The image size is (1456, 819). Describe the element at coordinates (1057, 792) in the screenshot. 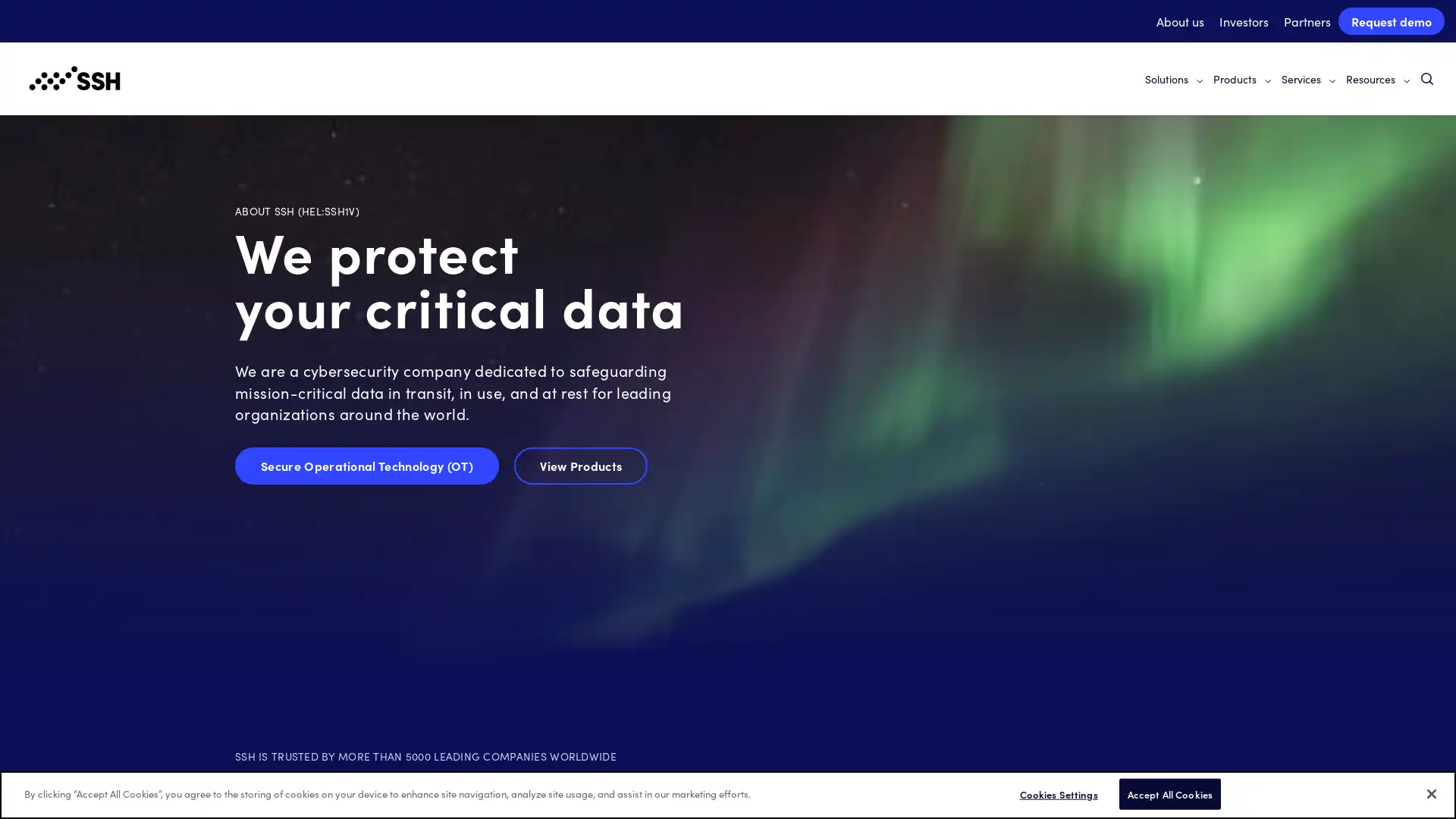

I see `Cookies Settings` at that location.